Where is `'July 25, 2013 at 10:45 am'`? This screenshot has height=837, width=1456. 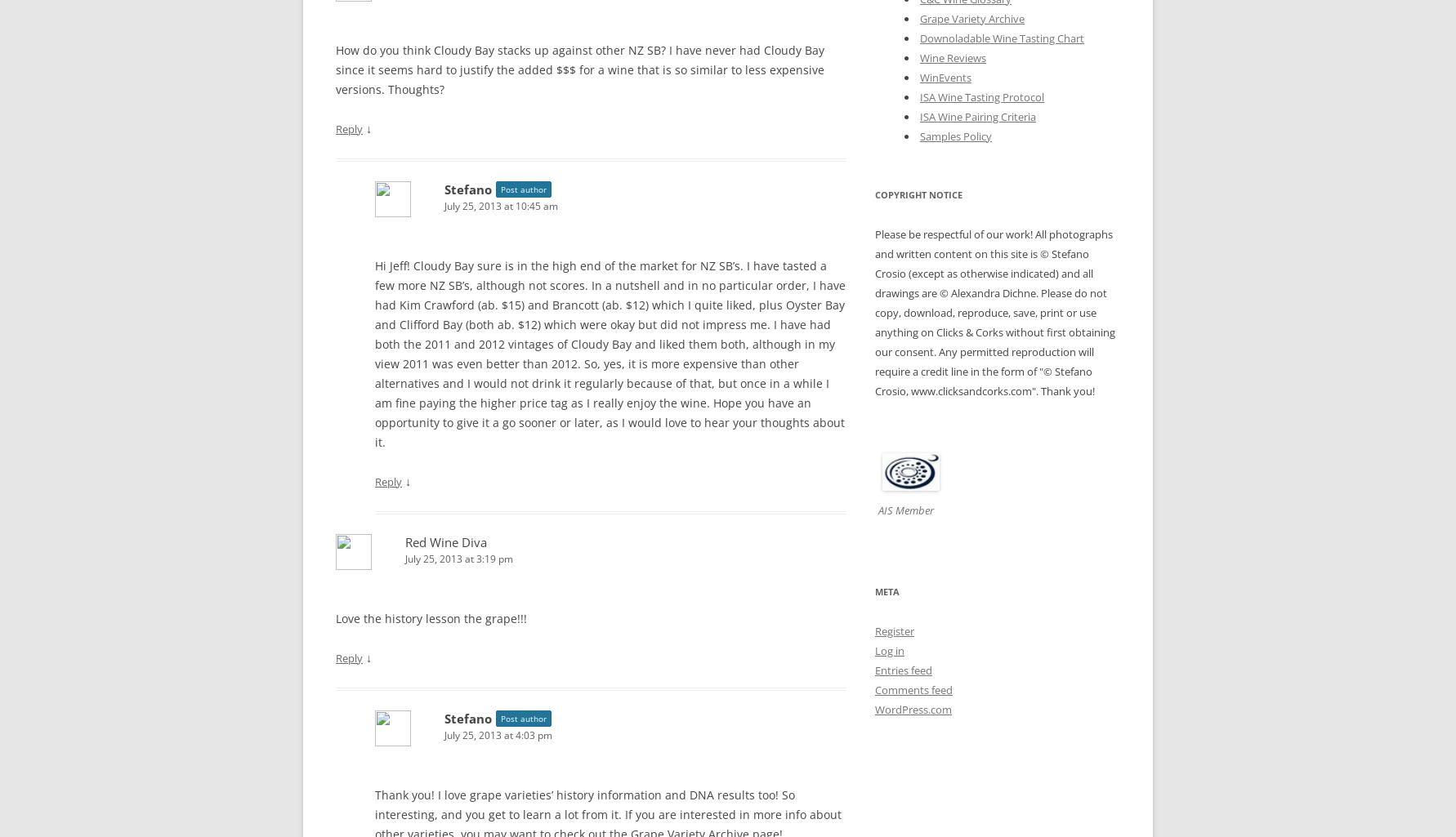 'July 25, 2013 at 10:45 am' is located at coordinates (501, 205).